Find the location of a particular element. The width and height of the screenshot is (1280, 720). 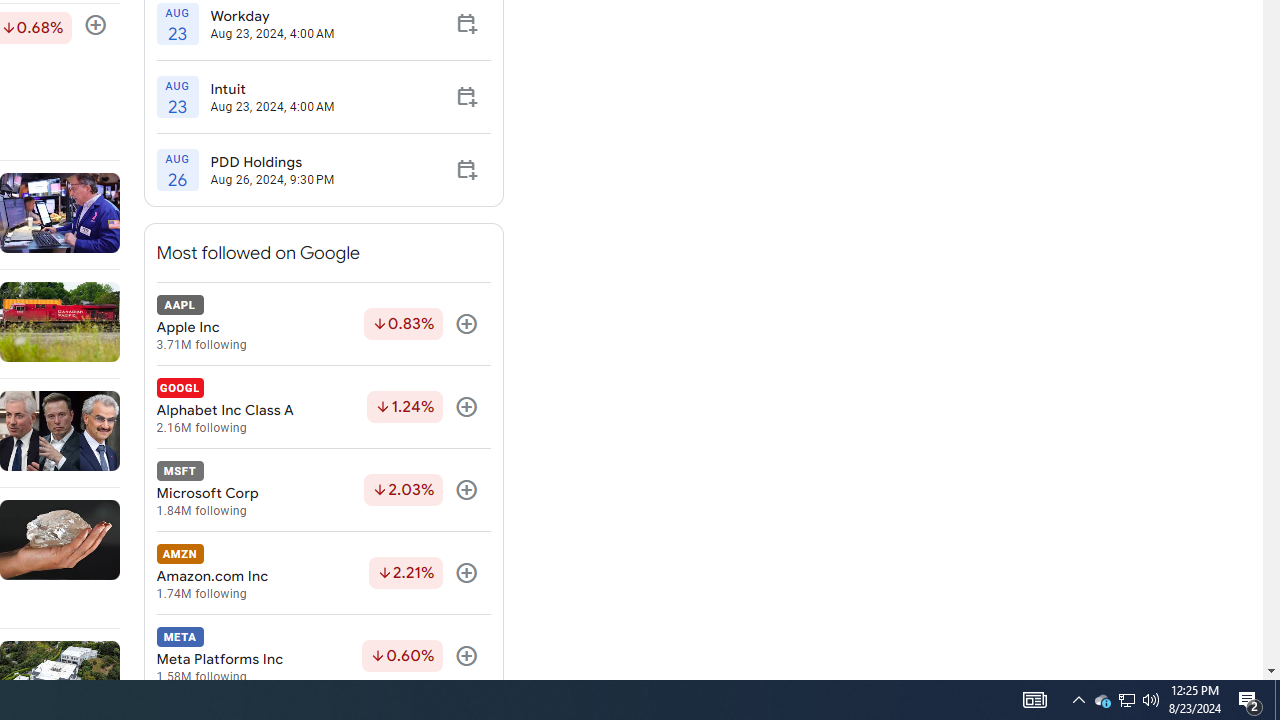

'Intuit' is located at coordinates (271, 88).